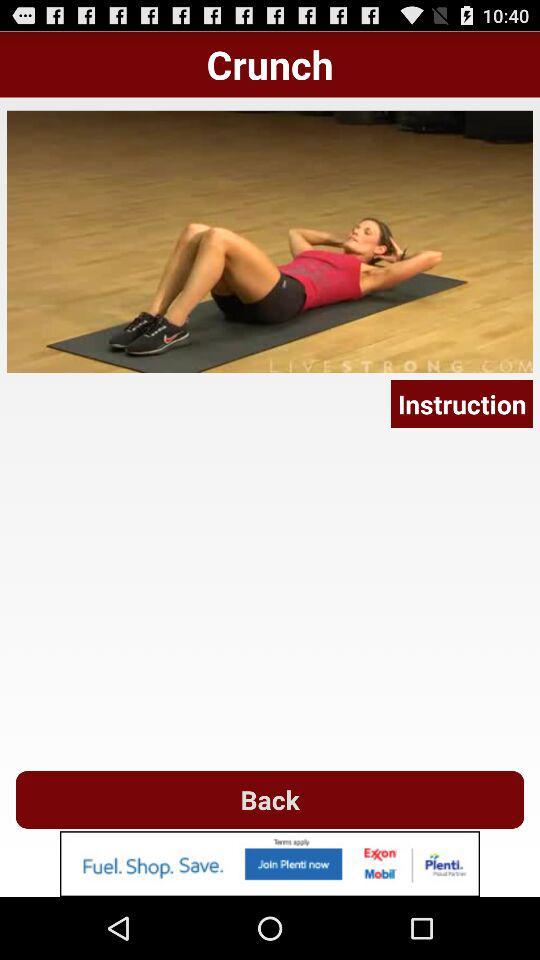 This screenshot has width=540, height=960. What do you see at coordinates (270, 863) in the screenshot?
I see `open advertisement` at bounding box center [270, 863].